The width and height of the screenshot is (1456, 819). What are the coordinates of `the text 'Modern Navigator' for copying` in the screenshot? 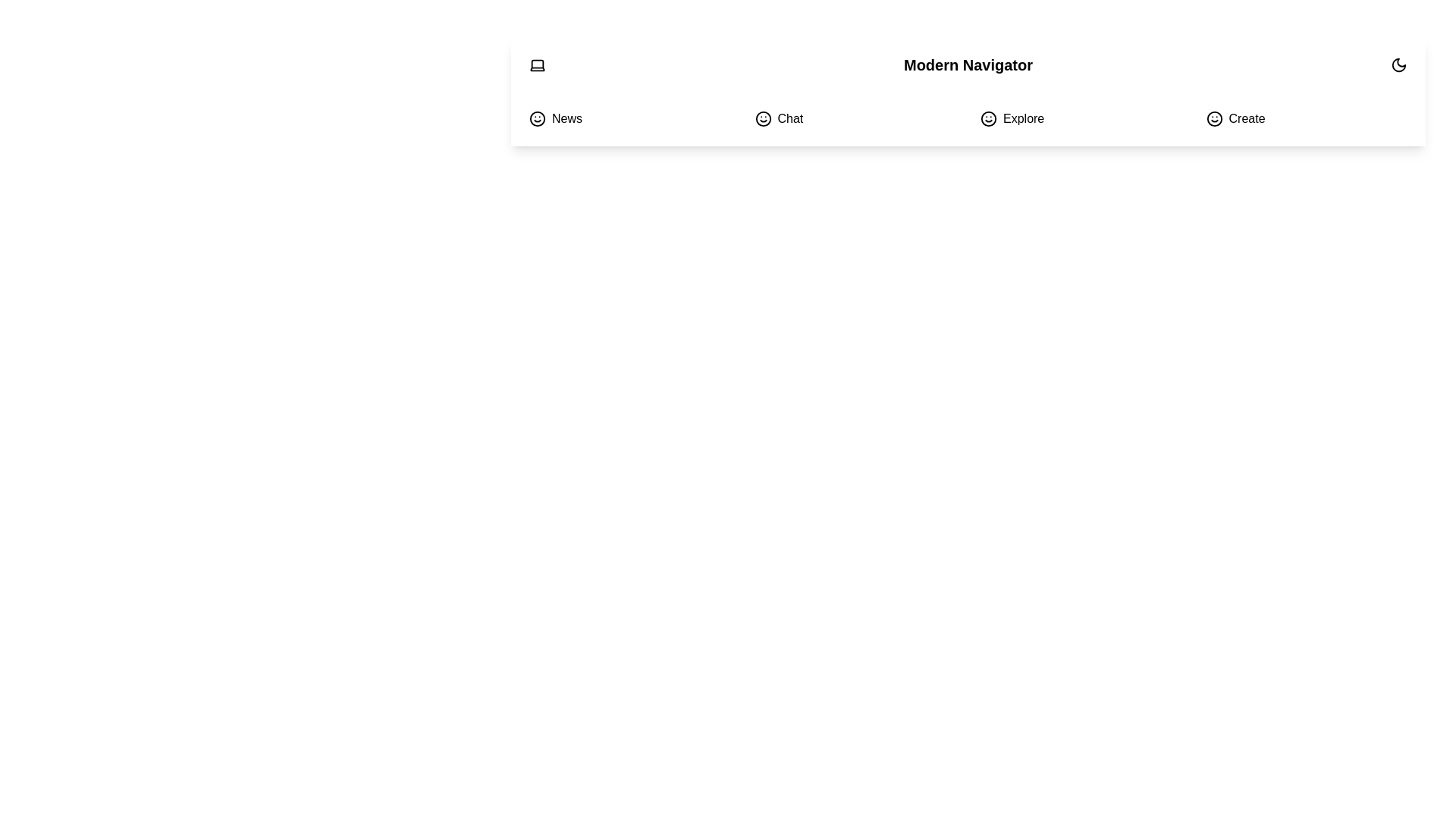 It's located at (967, 64).